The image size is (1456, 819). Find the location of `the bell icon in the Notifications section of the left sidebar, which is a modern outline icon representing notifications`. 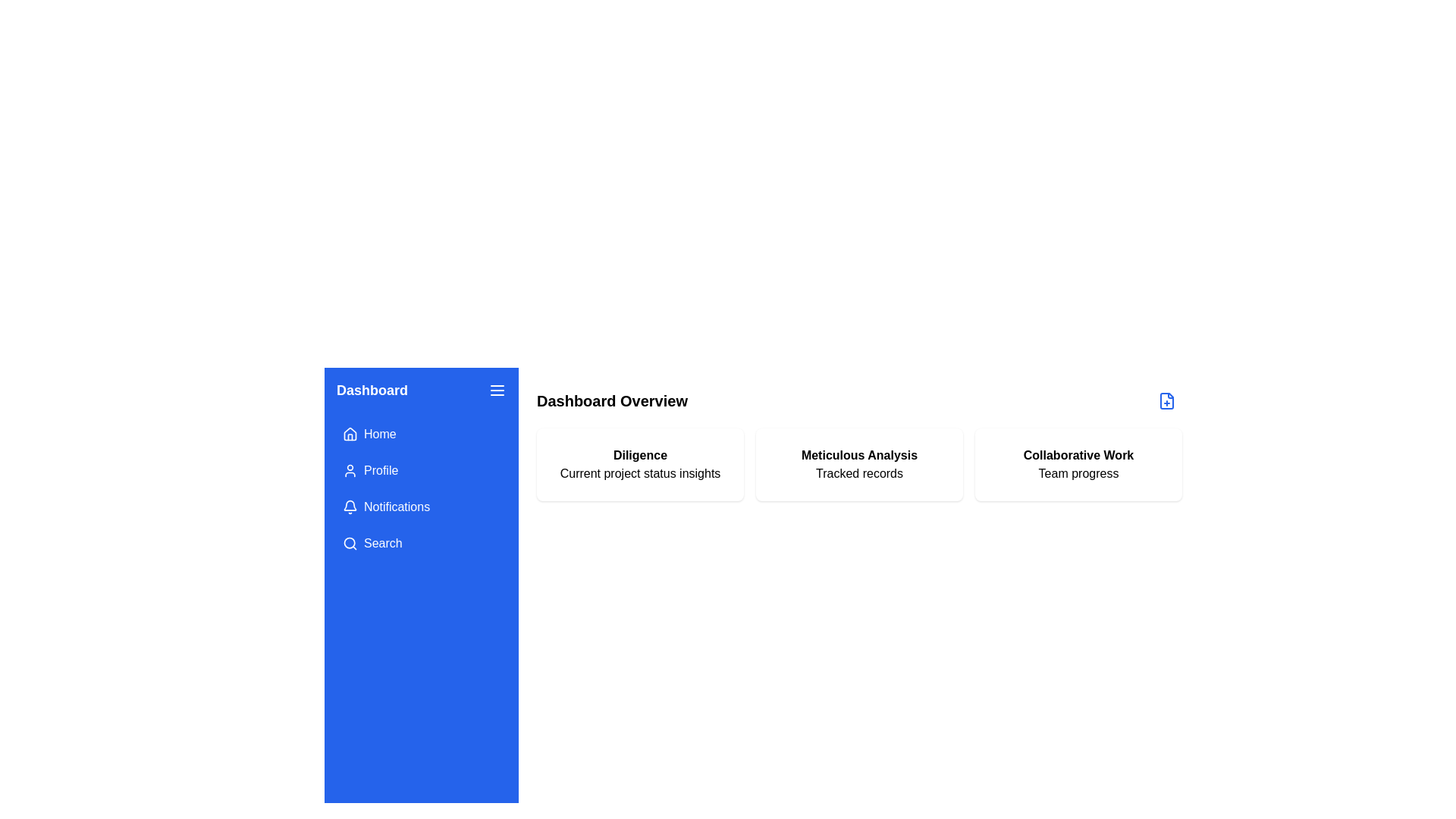

the bell icon in the Notifications section of the left sidebar, which is a modern outline icon representing notifications is located at coordinates (349, 507).